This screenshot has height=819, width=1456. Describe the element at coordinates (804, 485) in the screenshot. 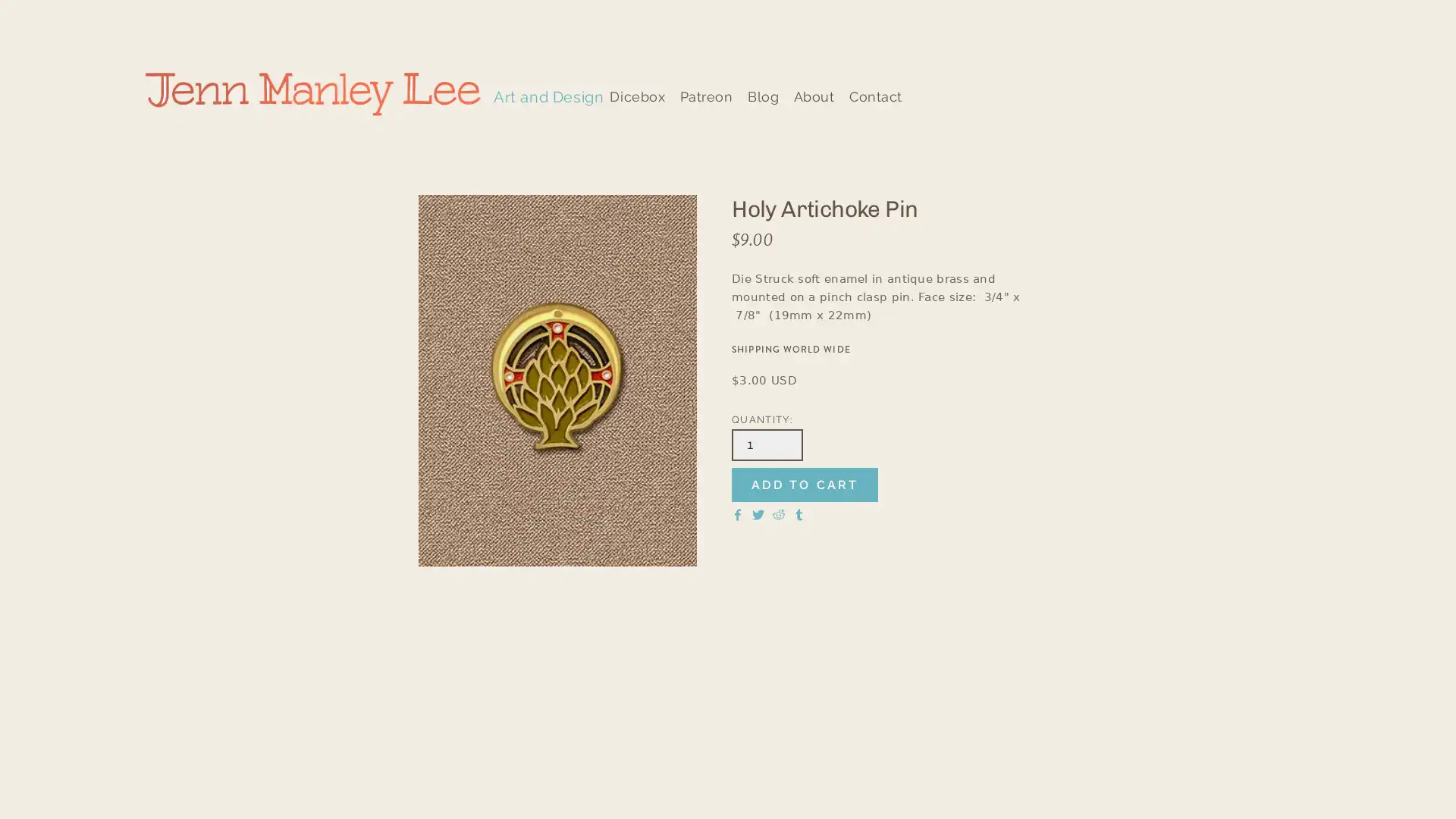

I see `ADD TO CART` at that location.